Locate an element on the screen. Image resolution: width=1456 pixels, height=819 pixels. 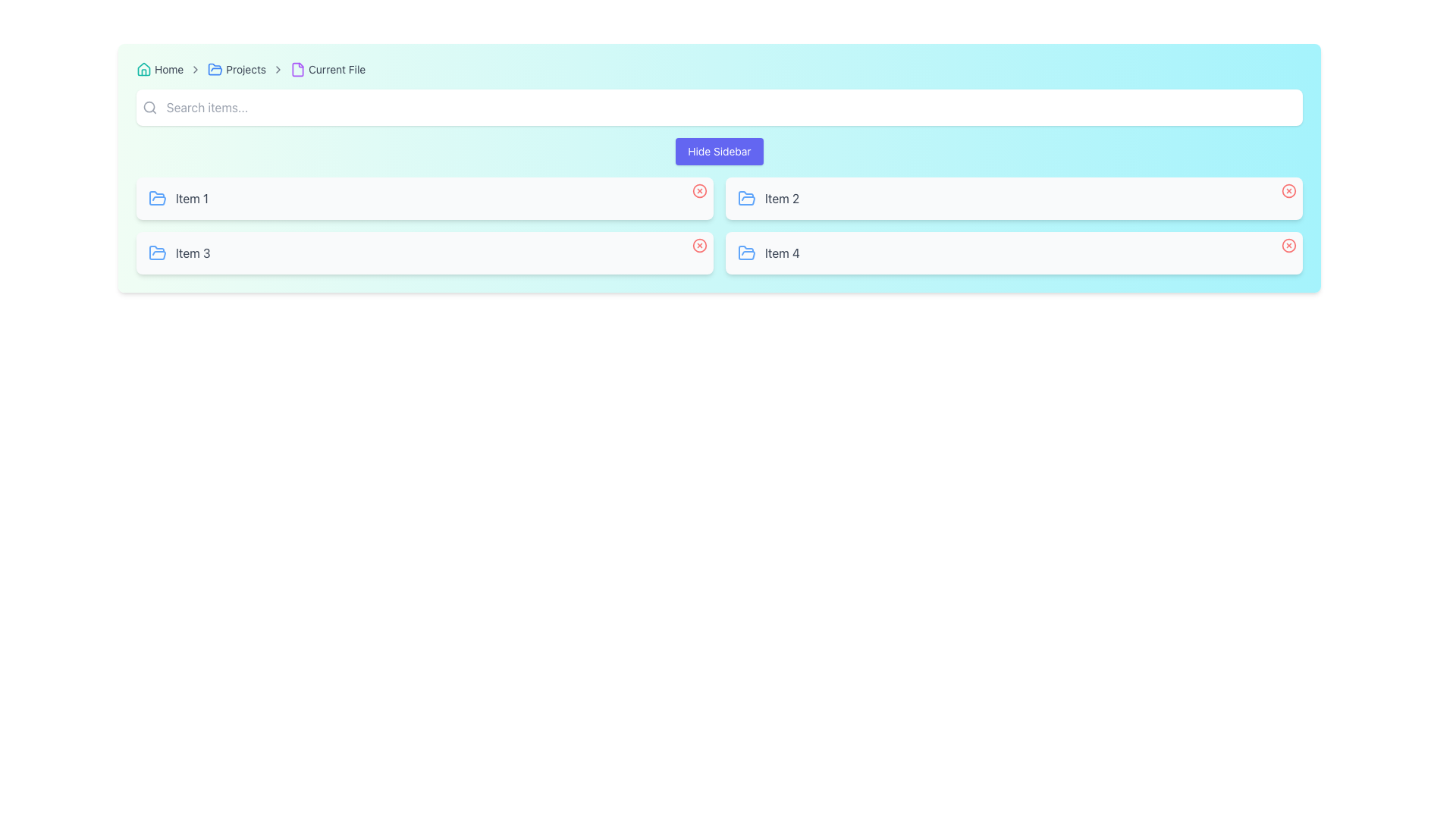
the folder icon located in the second row under the 'Item 3' label, positioned to the left of the label text is located at coordinates (157, 252).